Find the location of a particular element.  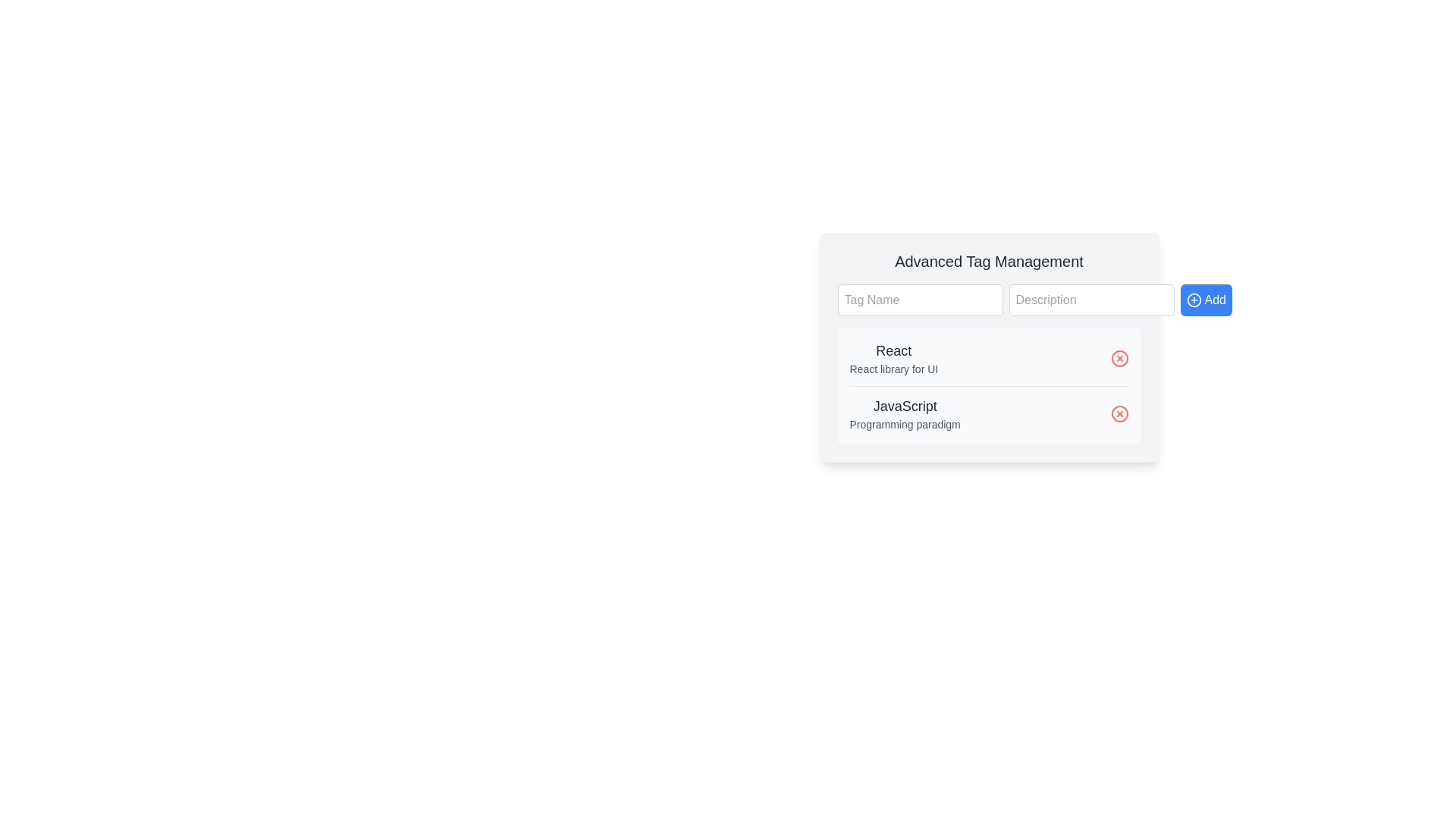

the Text Label element displaying 'JavaScript', which is styled in large, bold, medium-dark font and is located in the 'Advanced Tag Management' section of the card interface is located at coordinates (905, 406).